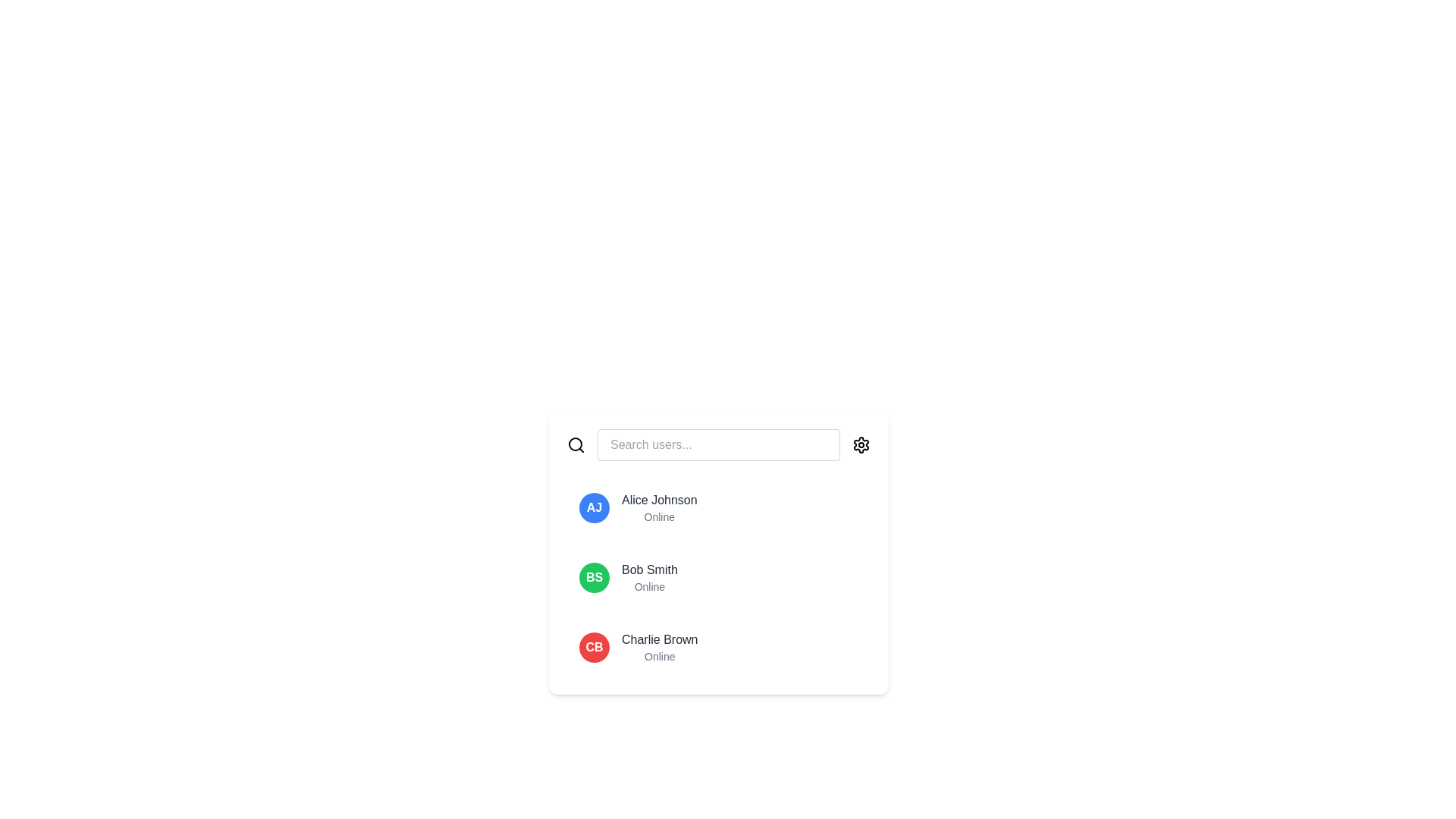 This screenshot has width=1456, height=819. I want to click on the user profile entry for 'Charlie Brown', which features a circular avatar with 'CB', a bold username, and an online status indicator below it, so click(718, 647).